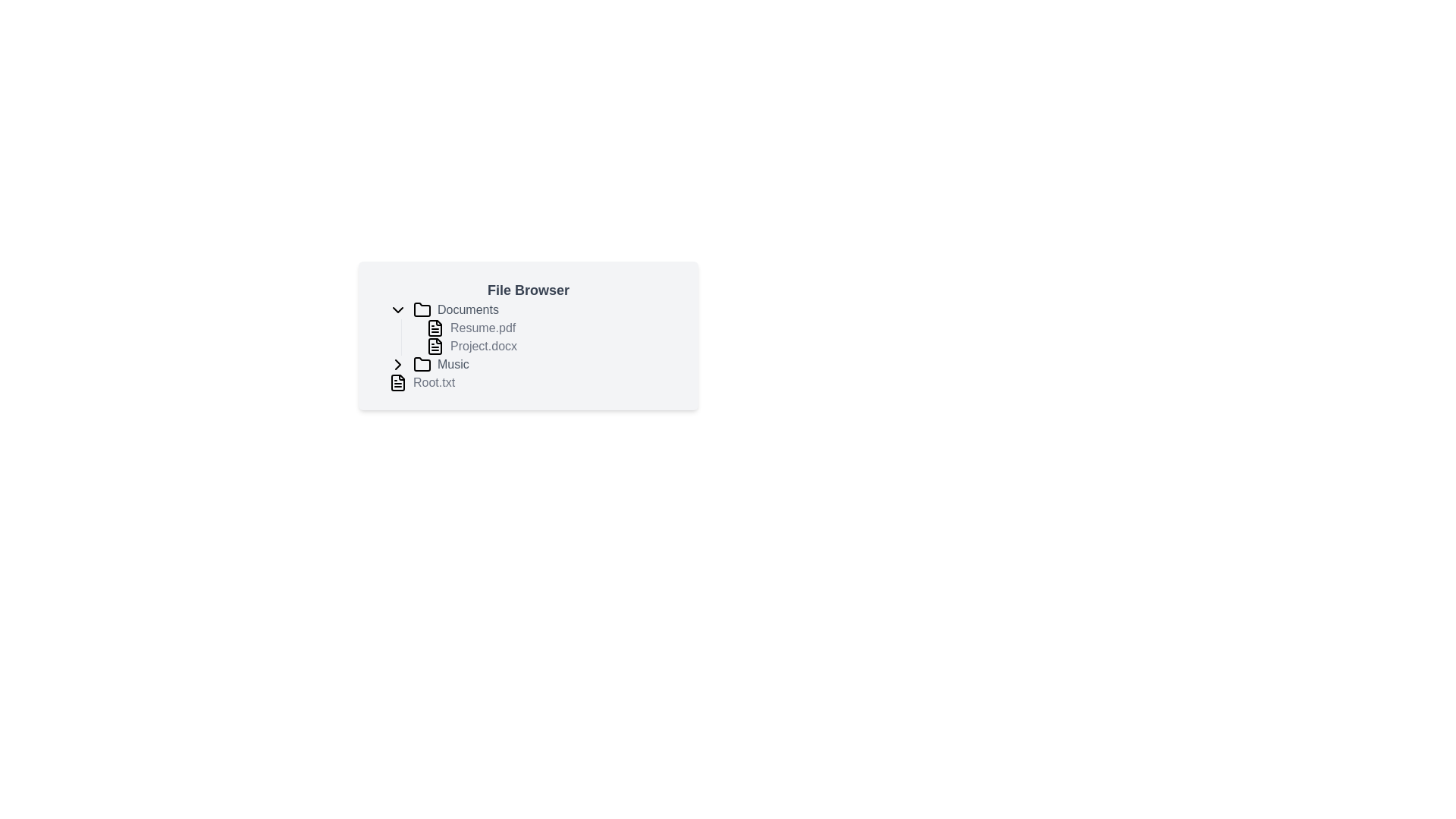  Describe the element at coordinates (435, 346) in the screenshot. I see `the file icon representing 'Project.docx' in the file management system, which is styled with a white fill and a black outline, and is the third item in the list under the 'Documents' folder` at that location.